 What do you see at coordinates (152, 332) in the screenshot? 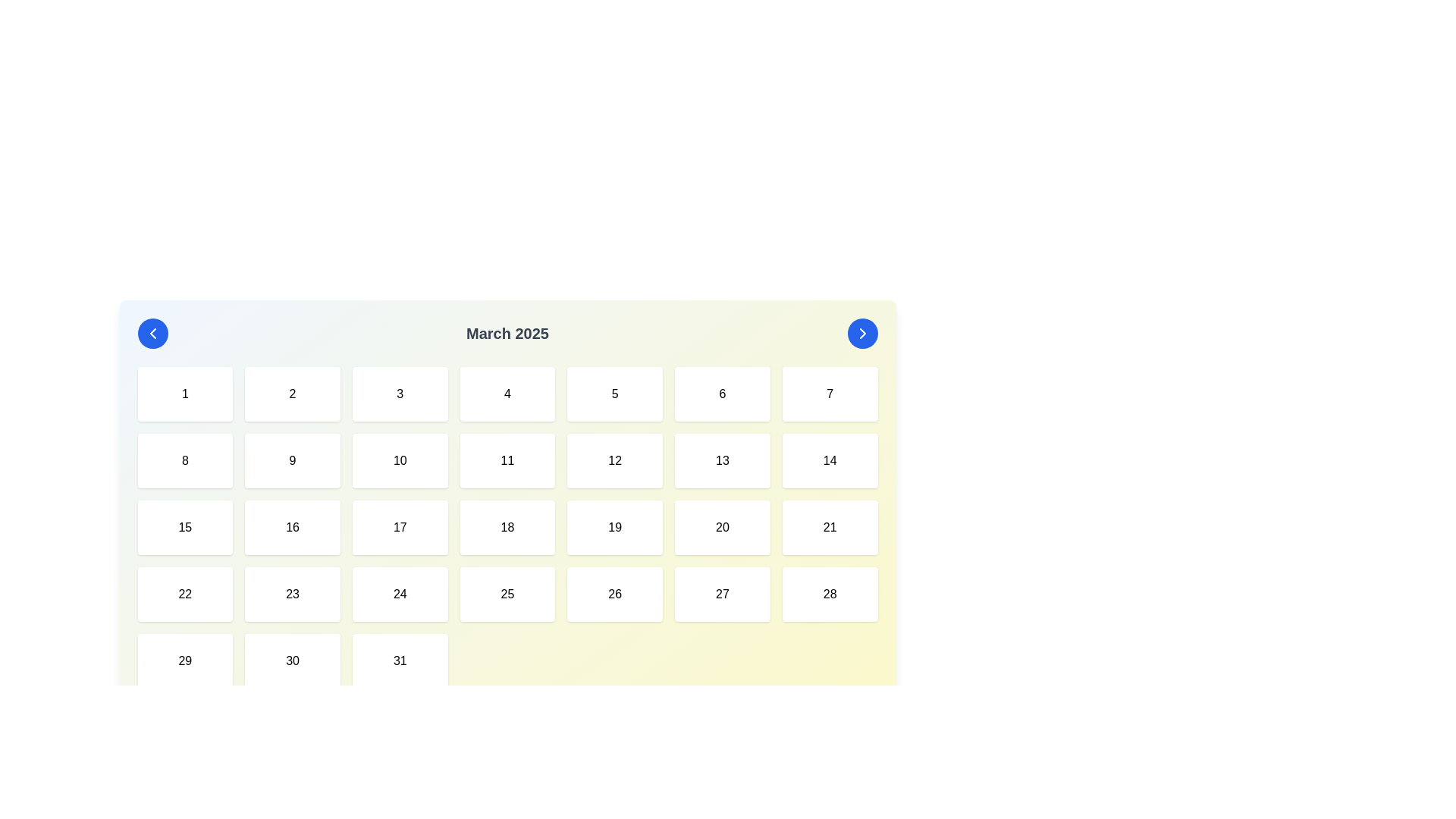
I see `the circular button with a blue background and a white chevron pointing left, located at the top-left corner of the main calendar interface` at bounding box center [152, 332].